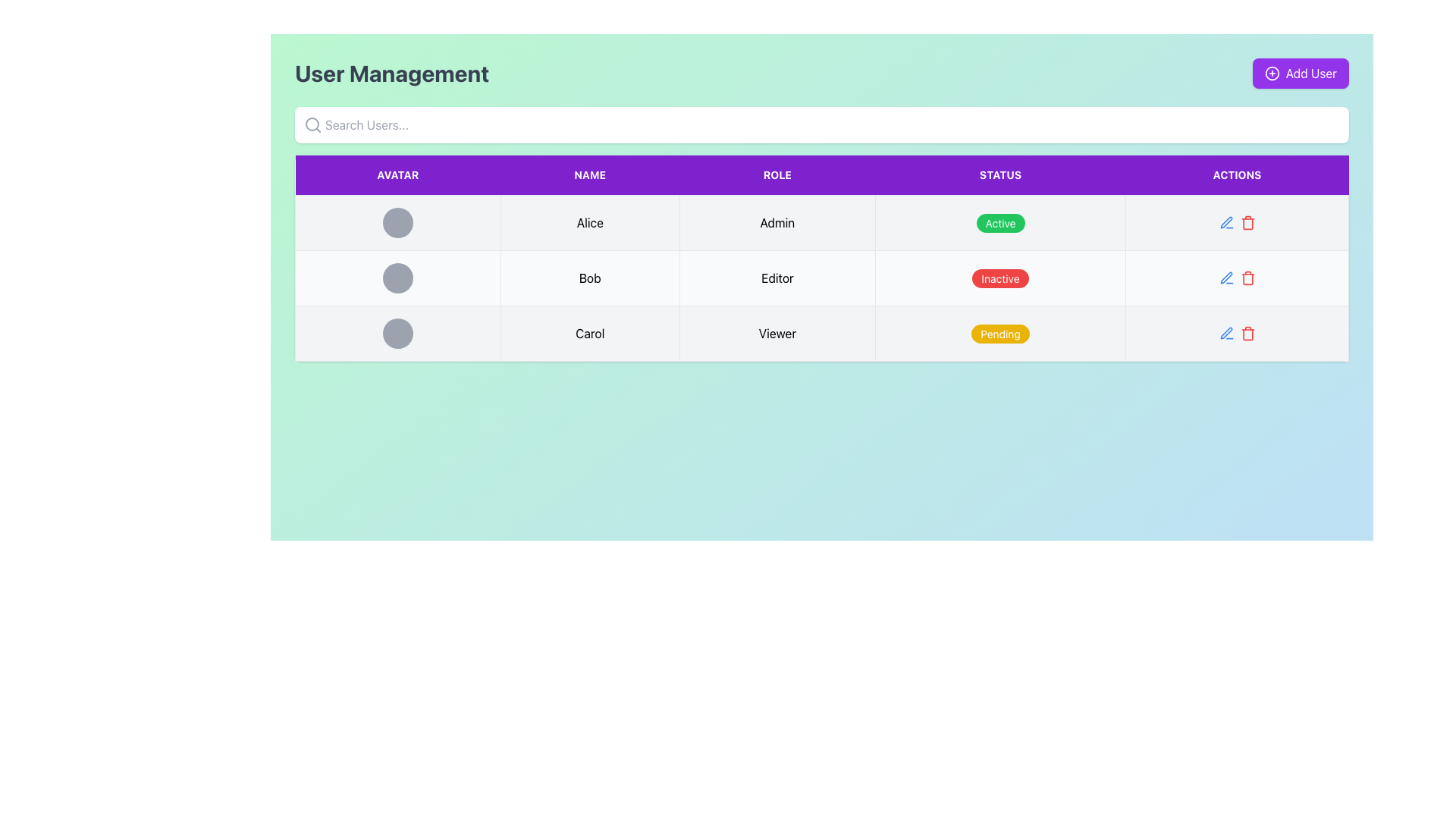 This screenshot has height=819, width=1456. Describe the element at coordinates (1000, 332) in the screenshot. I see `the yellow oval button labeled 'Pending' in the 'STATUS' column of the table row for 'Carol' under the 'Viewer' section` at that location.